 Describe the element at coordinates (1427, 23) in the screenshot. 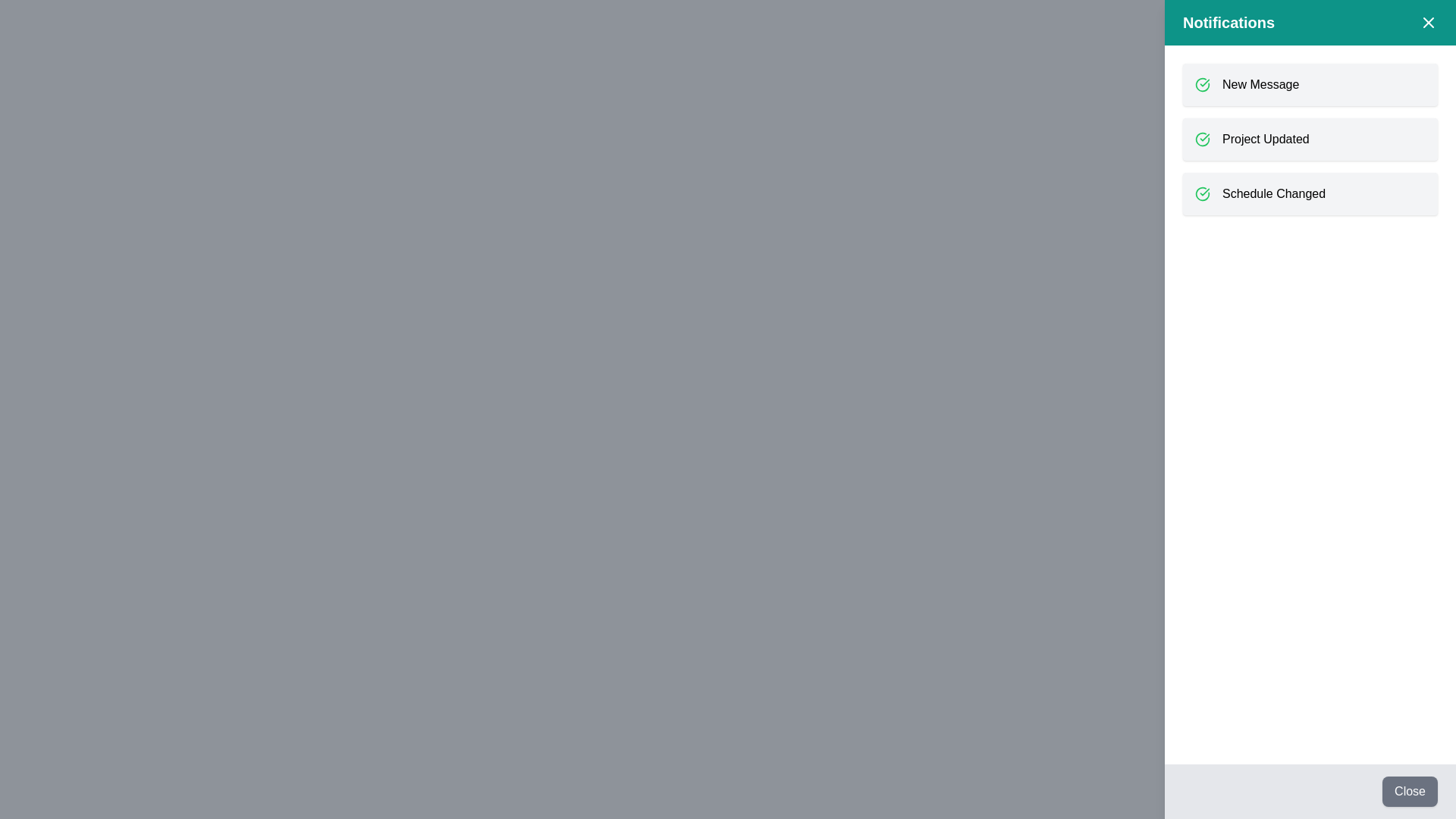

I see `the close button for the notifications panel located at the top right corner of the 'Notifications' header section` at that location.